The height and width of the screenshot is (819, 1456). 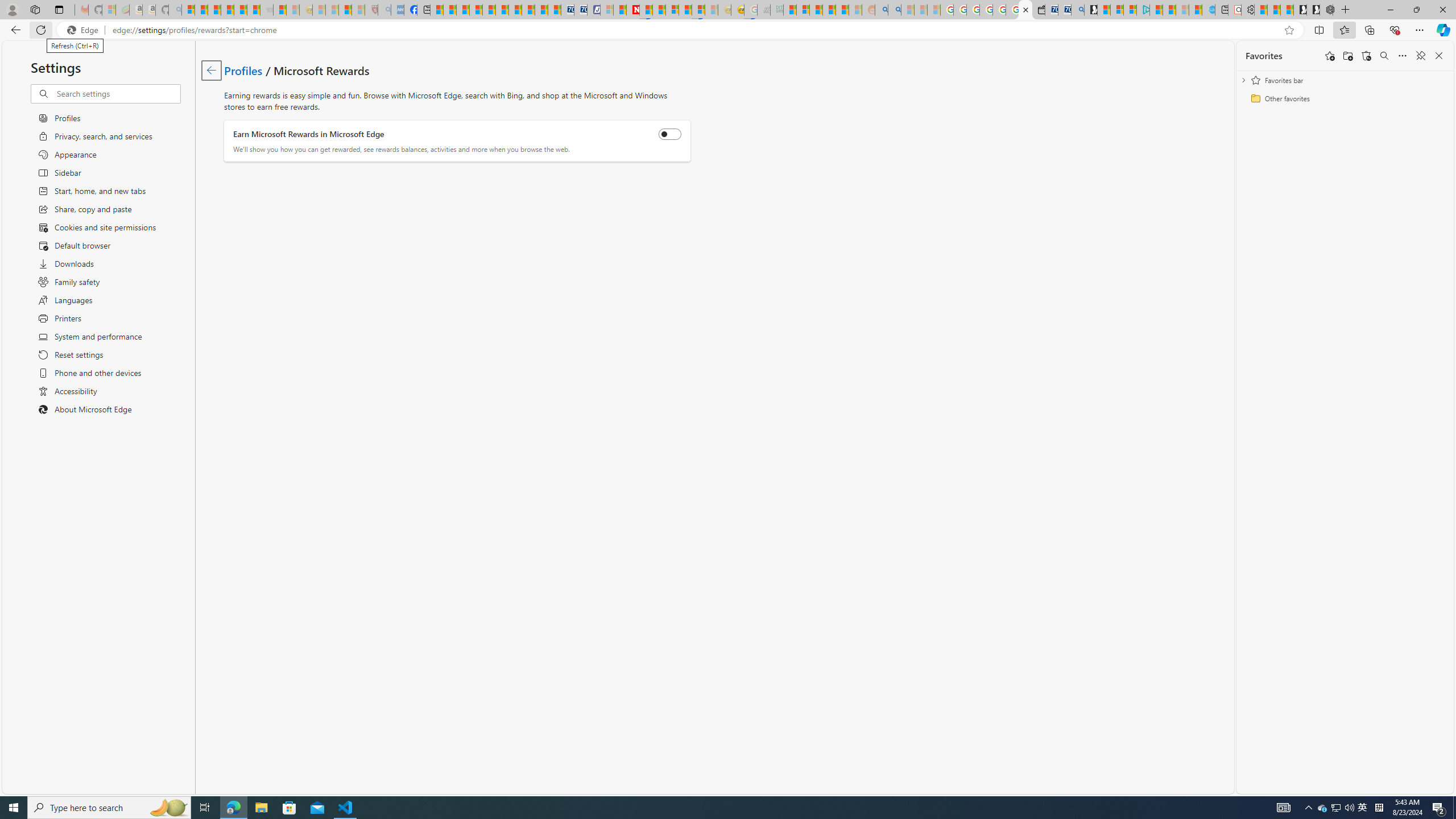 What do you see at coordinates (1420, 55) in the screenshot?
I see `'Unpin favorites'` at bounding box center [1420, 55].